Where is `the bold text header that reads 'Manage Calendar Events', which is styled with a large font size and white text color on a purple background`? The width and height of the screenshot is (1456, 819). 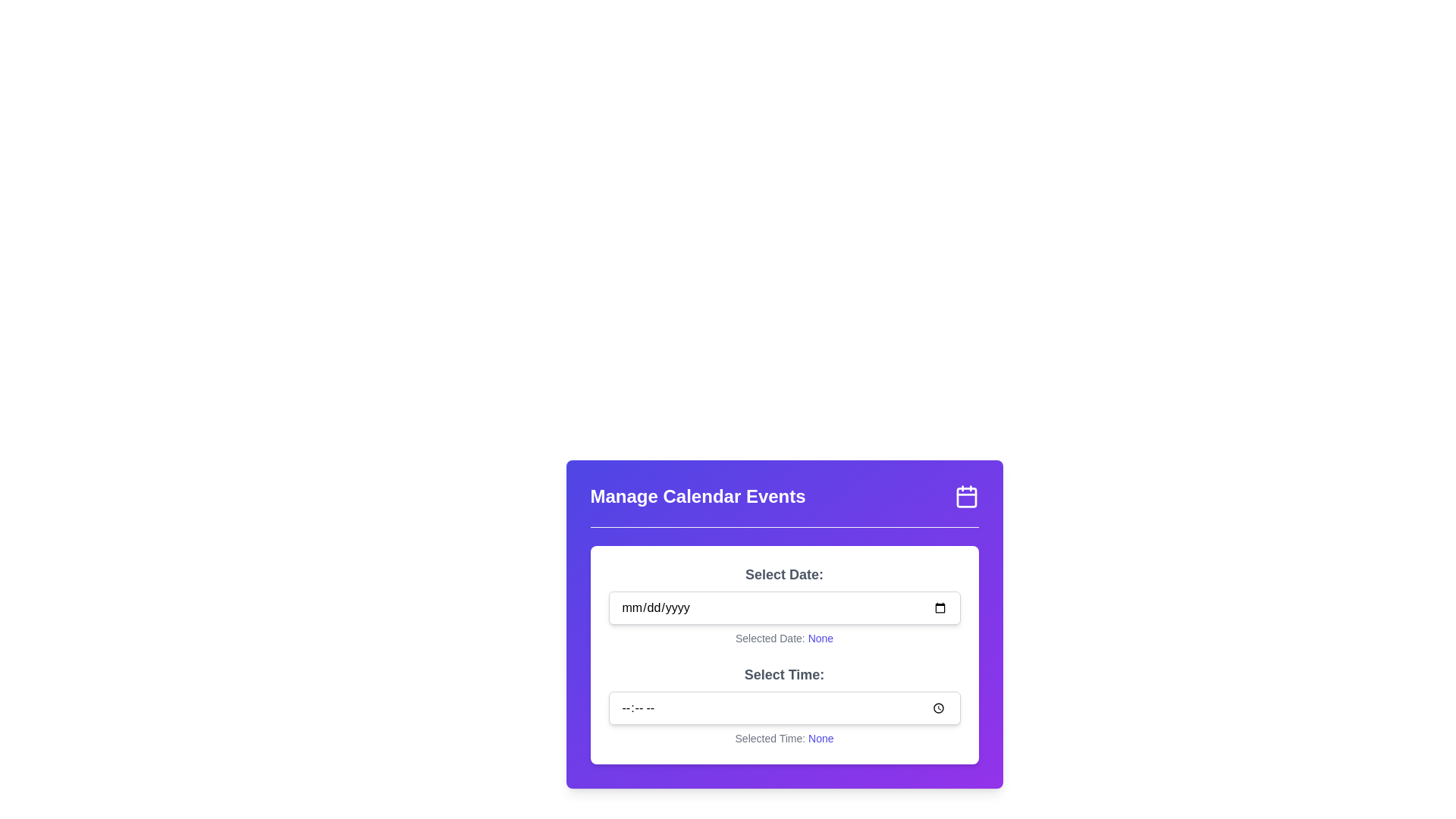 the bold text header that reads 'Manage Calendar Events', which is styled with a large font size and white text color on a purple background is located at coordinates (697, 497).